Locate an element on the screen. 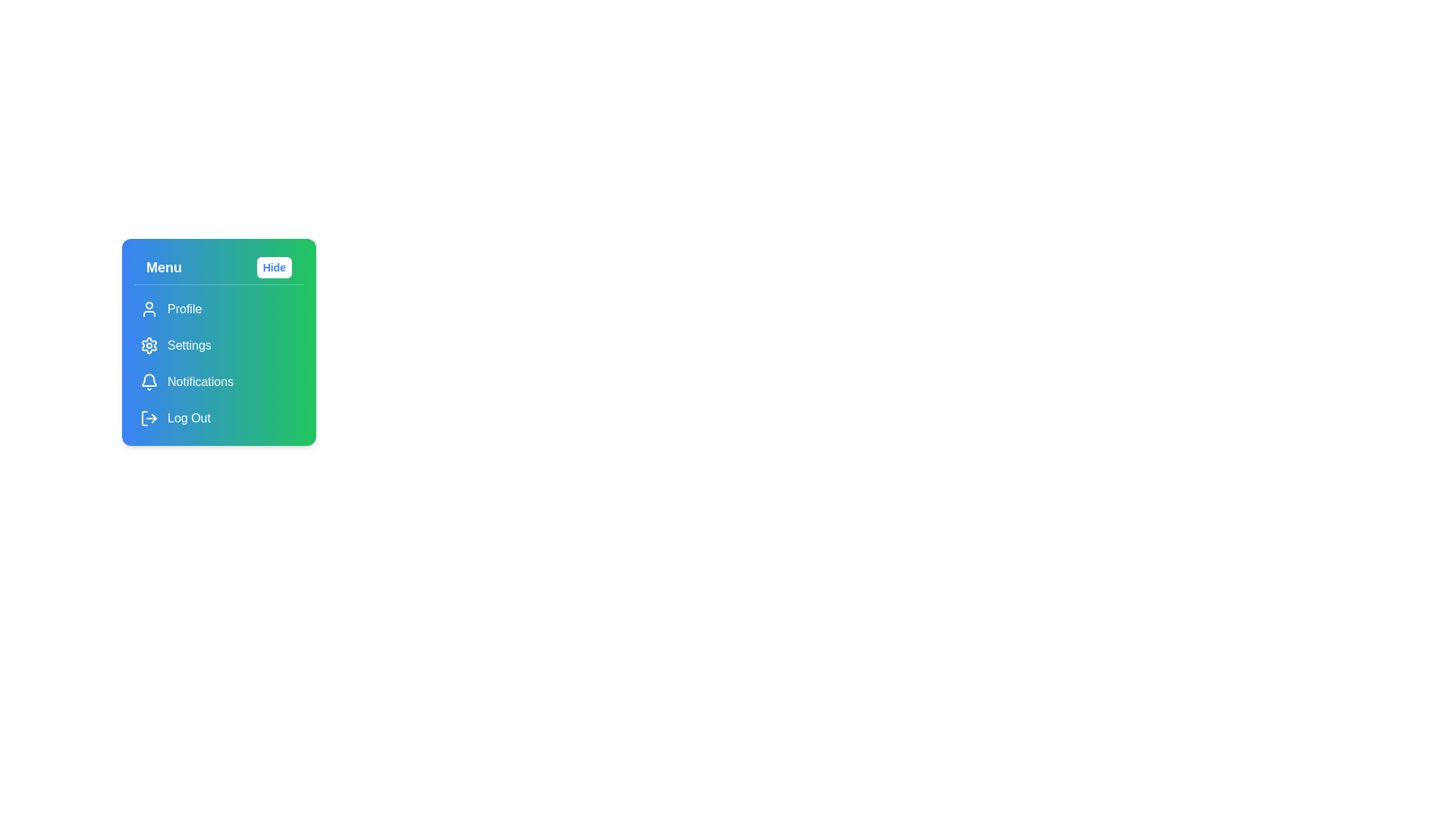  the 'Profile' text label that indicates the profile section of the menu, positioned beneath the 'Menu' header and aligned with the user icon is located at coordinates (184, 309).